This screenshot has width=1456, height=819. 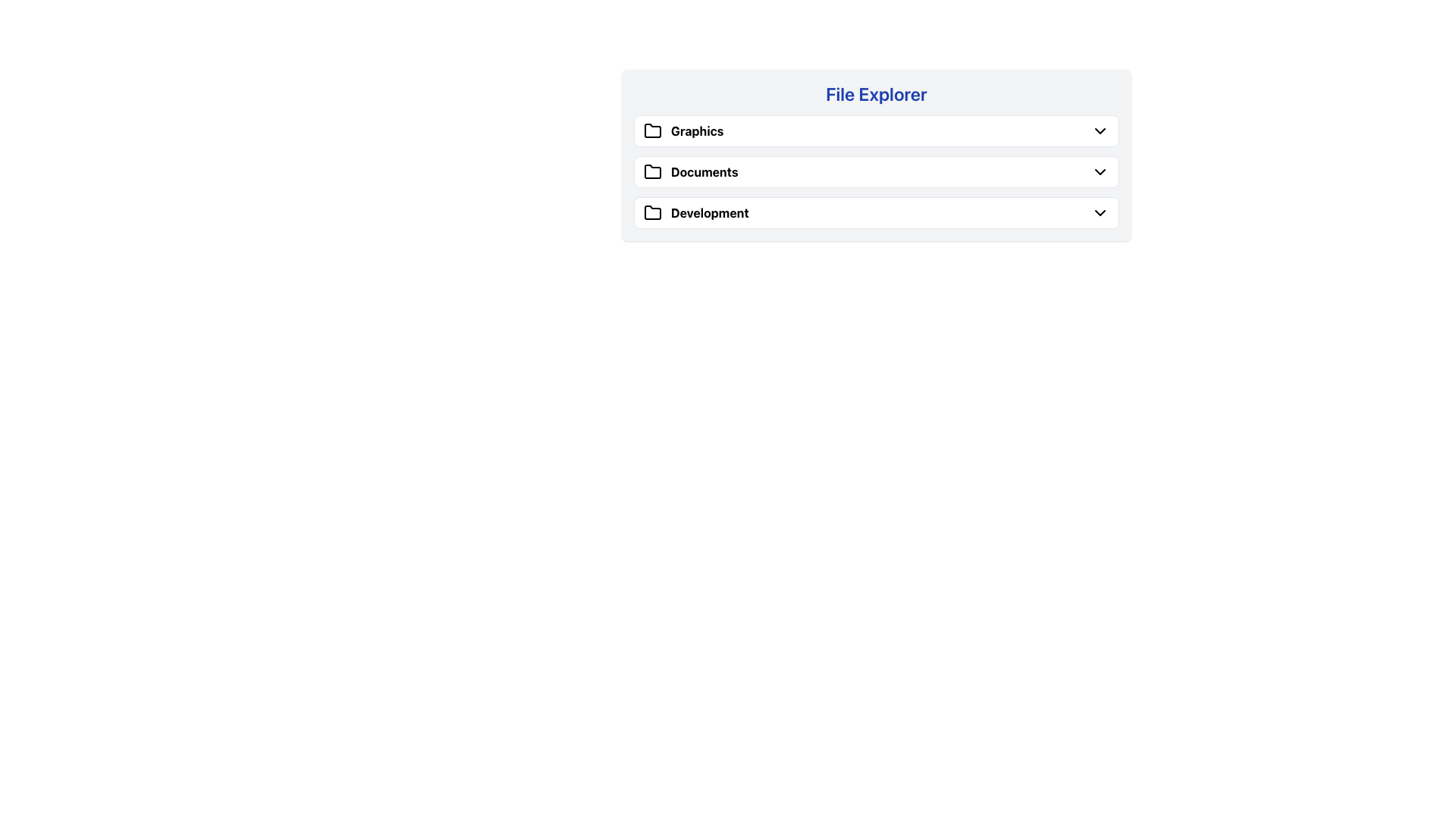 I want to click on the 'Graphics' folder icon in the 'File Explorer' menu, so click(x=652, y=130).